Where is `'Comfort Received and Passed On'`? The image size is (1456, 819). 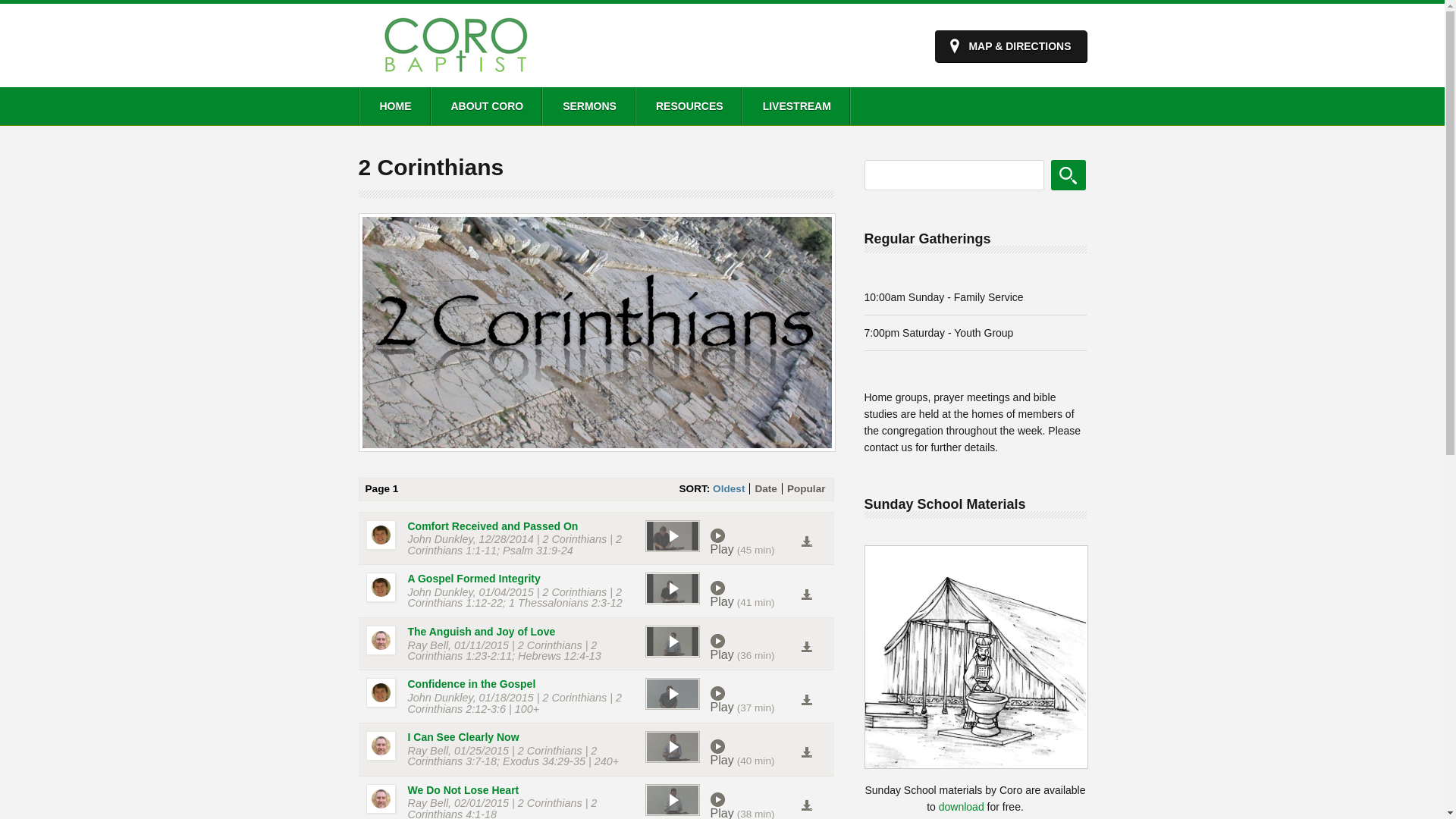 'Comfort Received and Passed On' is located at coordinates (493, 526).